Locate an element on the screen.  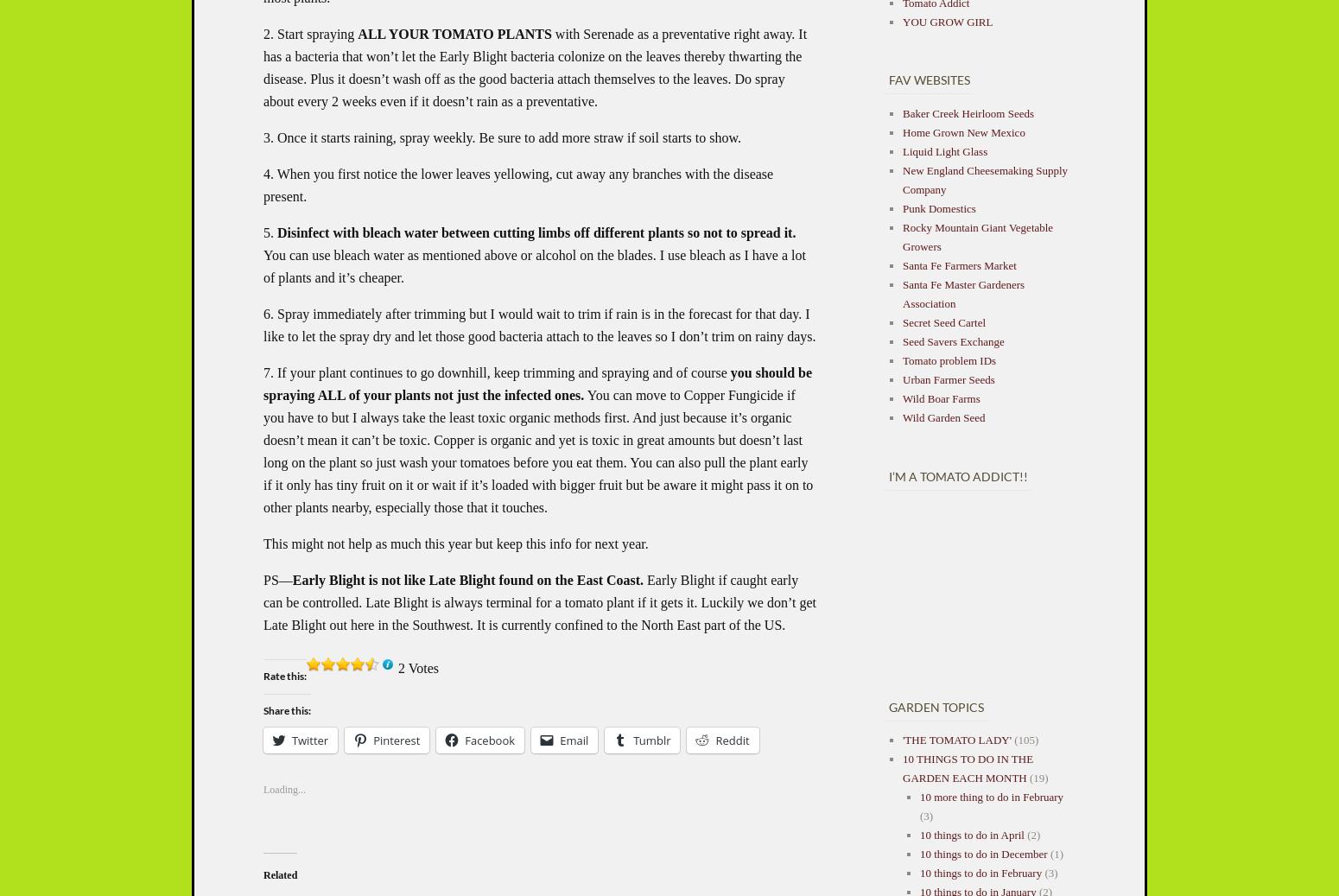
'Urban Farmer Seeds' is located at coordinates (948, 378).